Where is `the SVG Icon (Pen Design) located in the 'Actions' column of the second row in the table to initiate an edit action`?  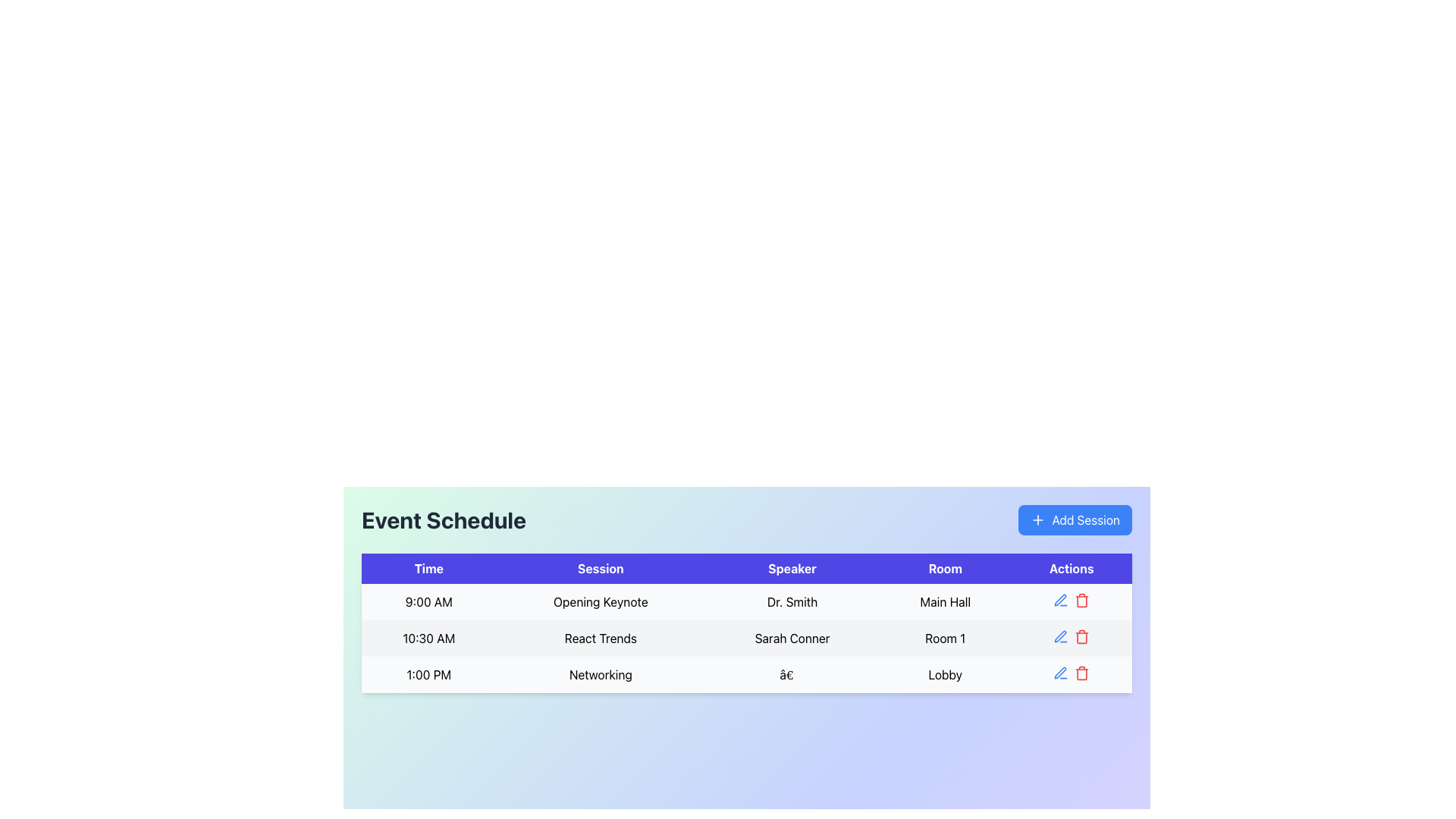
the SVG Icon (Pen Design) located in the 'Actions' column of the second row in the table to initiate an edit action is located at coordinates (1059, 599).